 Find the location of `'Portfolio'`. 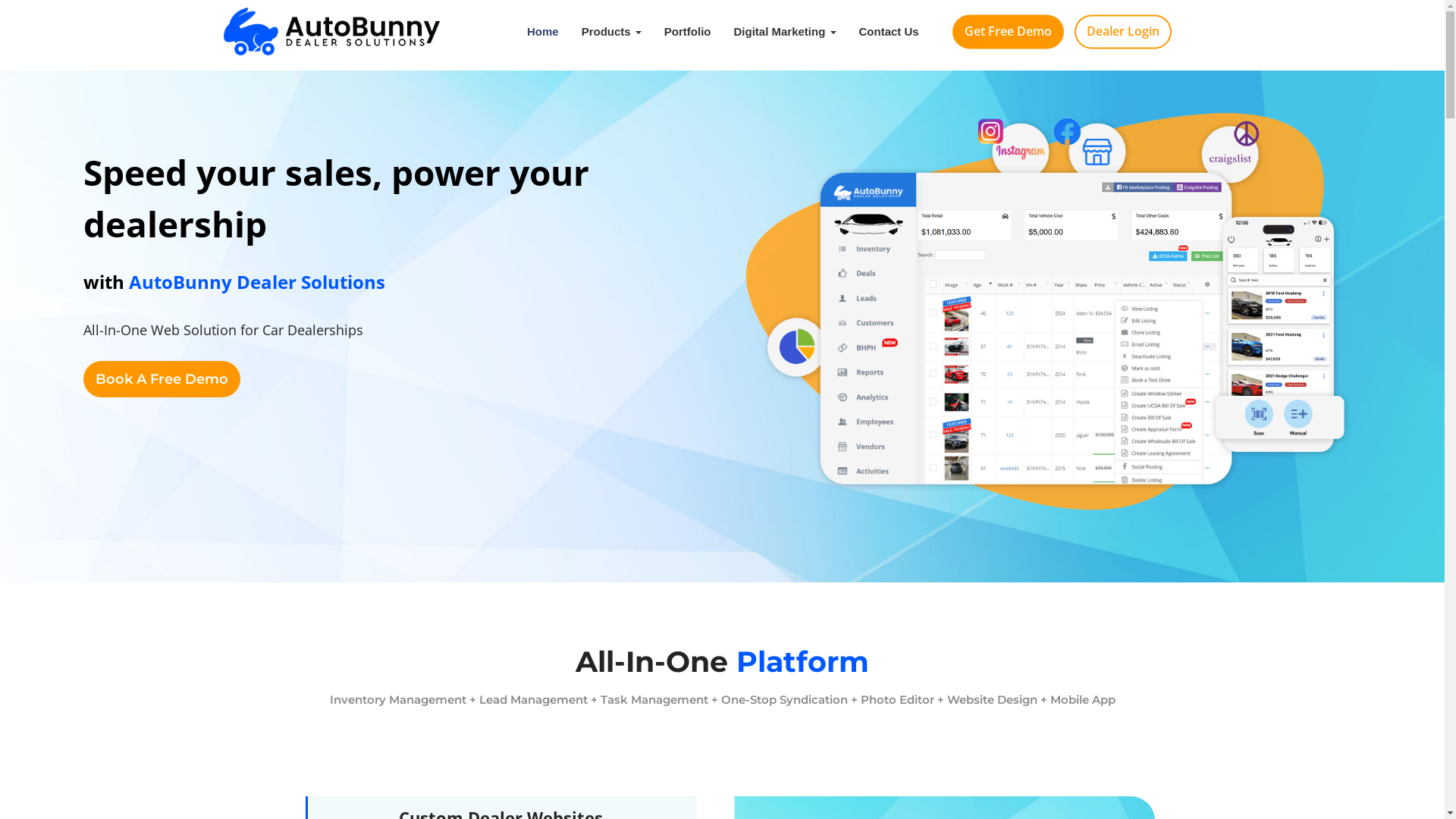

'Portfolio' is located at coordinates (687, 32).